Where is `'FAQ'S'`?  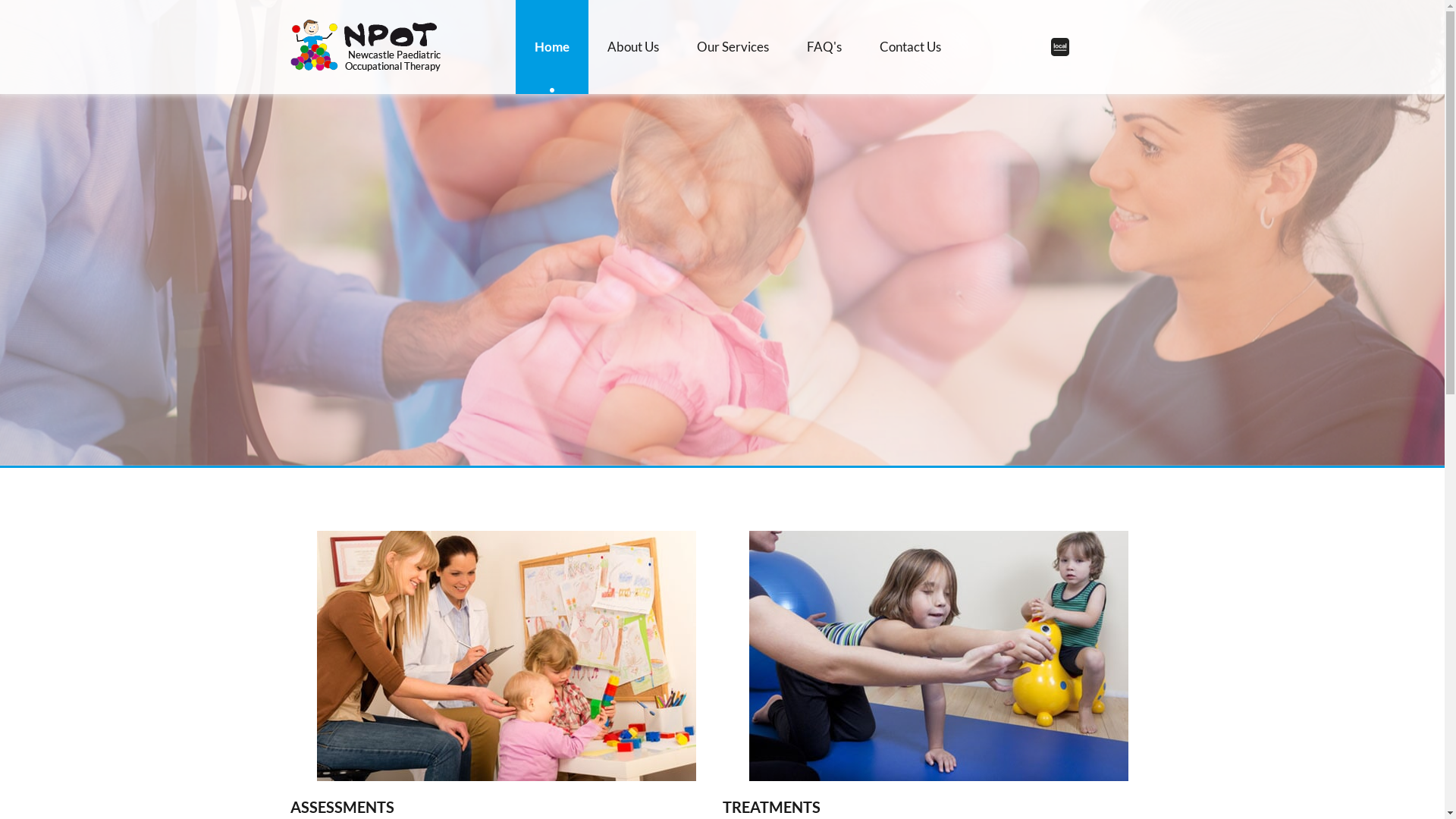 'FAQ'S' is located at coordinates (823, 45).